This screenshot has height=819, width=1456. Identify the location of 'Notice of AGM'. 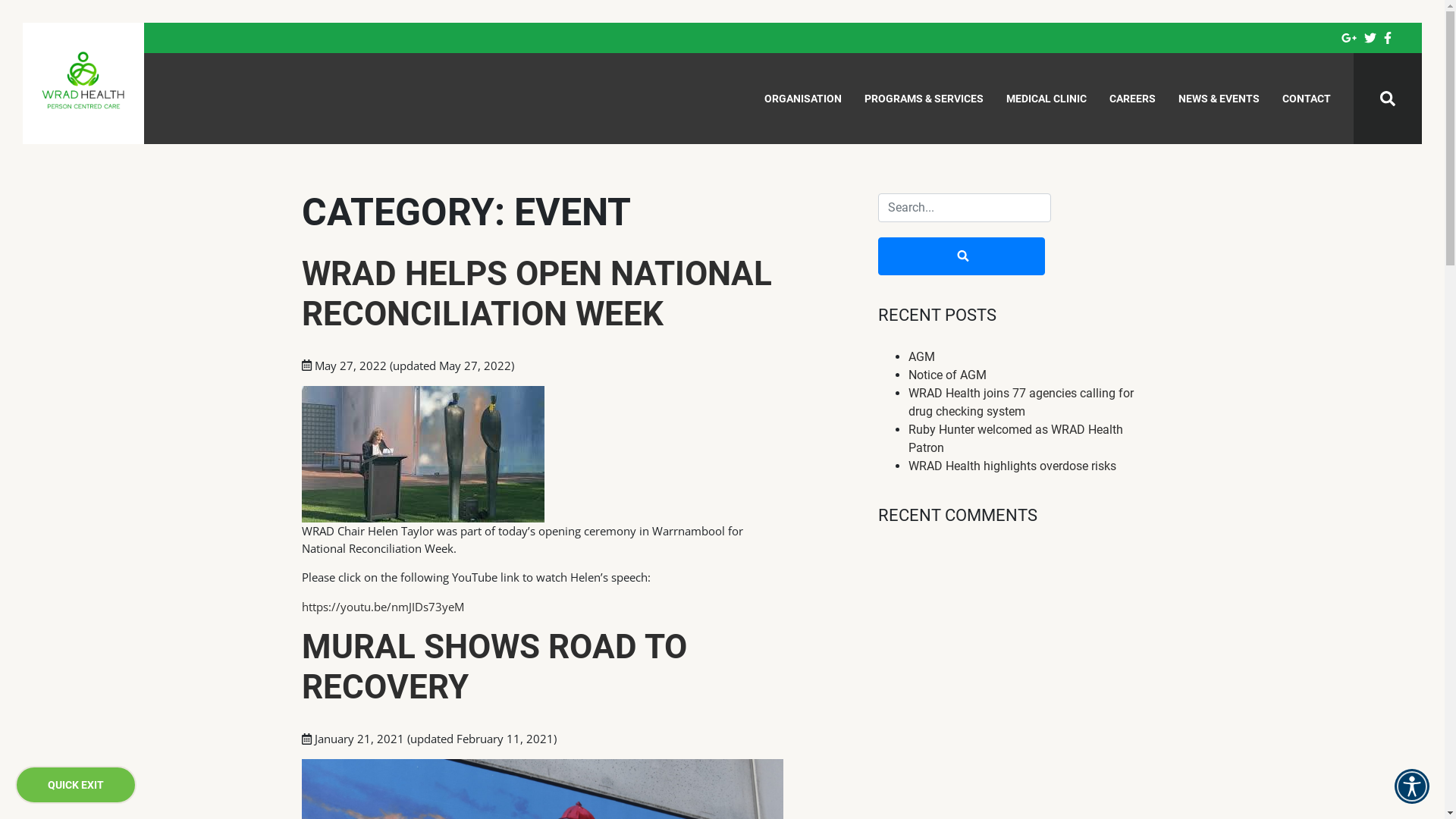
(946, 375).